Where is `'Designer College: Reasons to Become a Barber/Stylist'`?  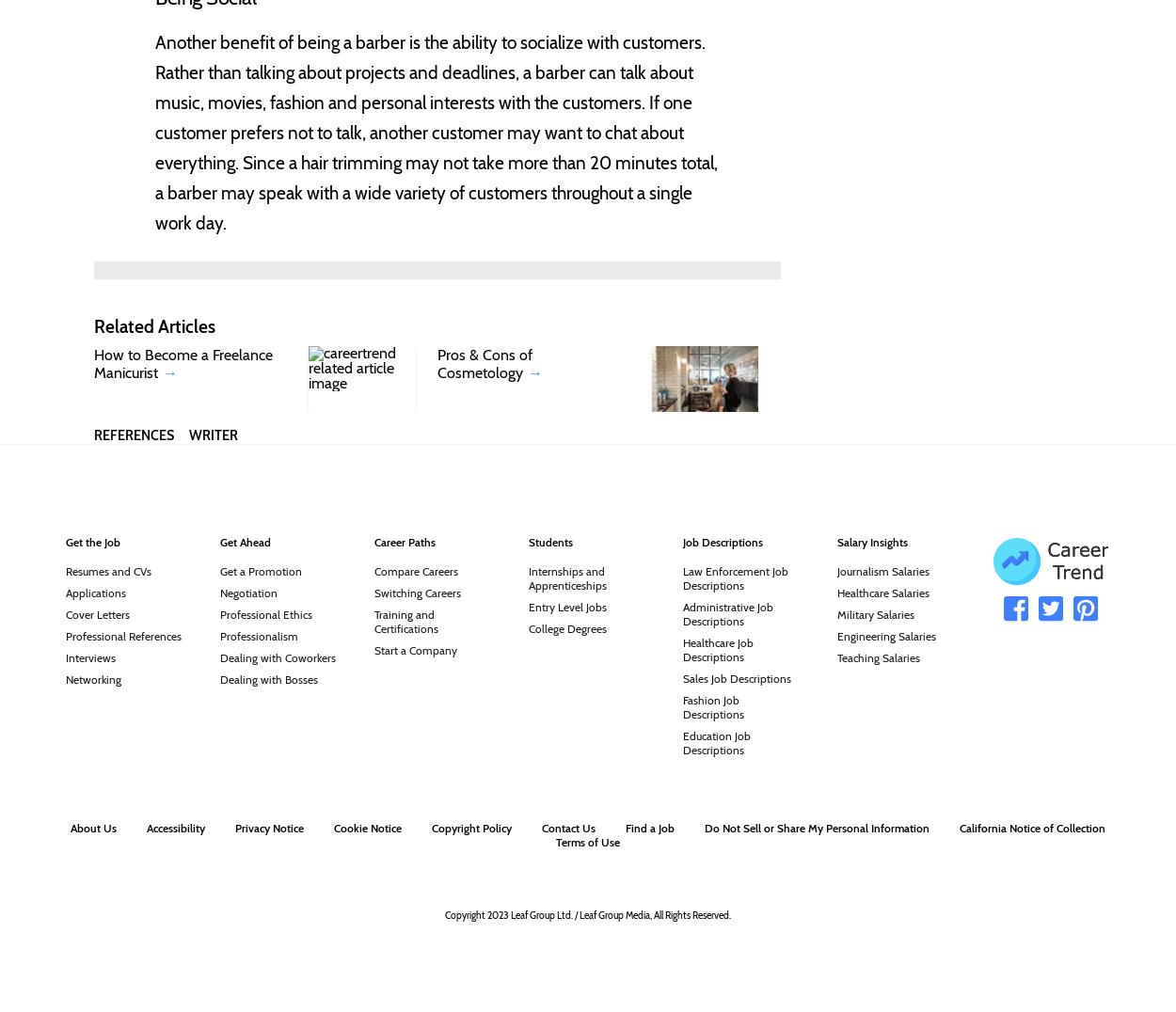 'Designer College: Reasons to Become a Barber/Stylist' is located at coordinates (146, 481).